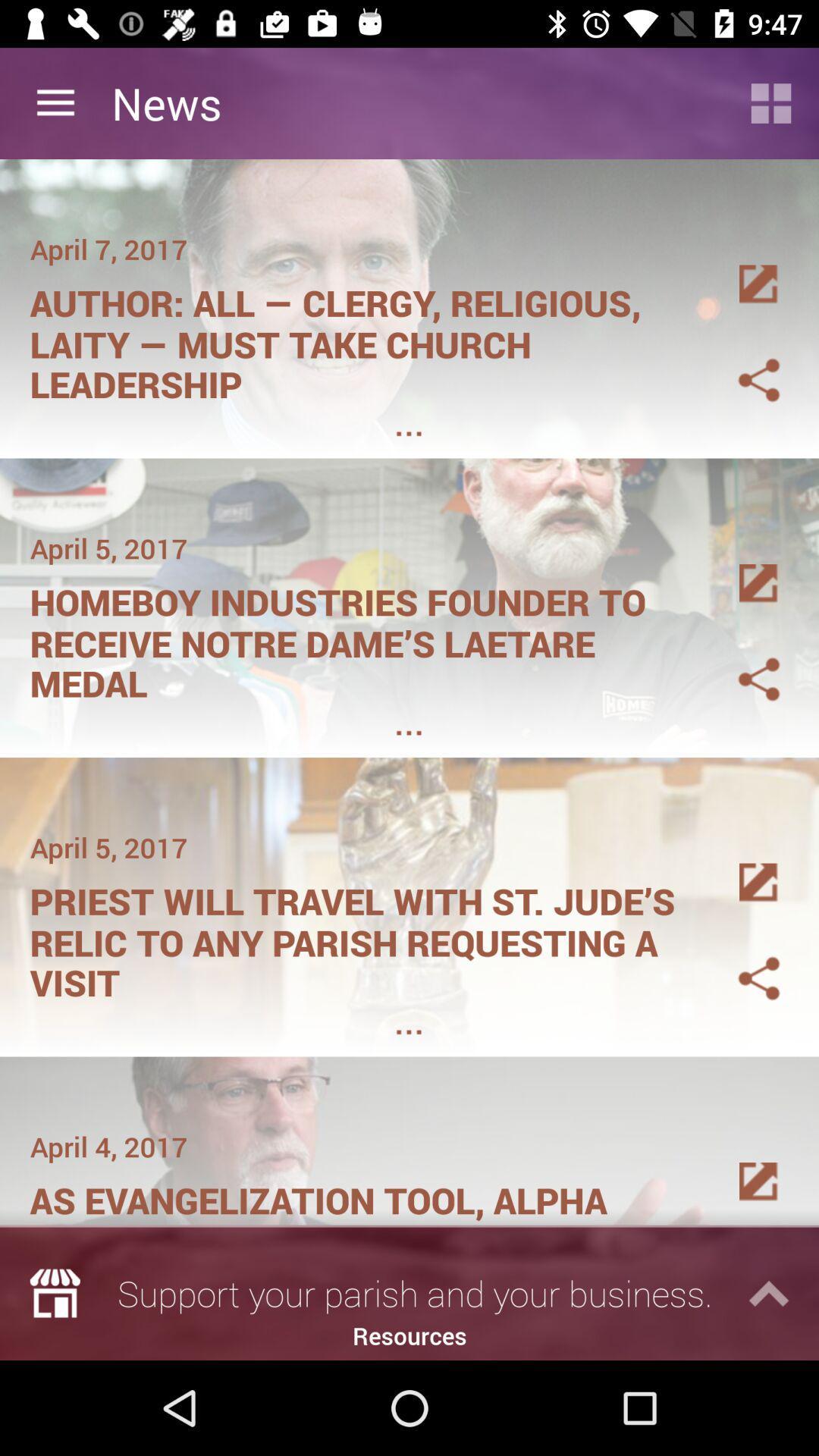 This screenshot has height=1456, width=819. I want to click on share the article, so click(740, 565).